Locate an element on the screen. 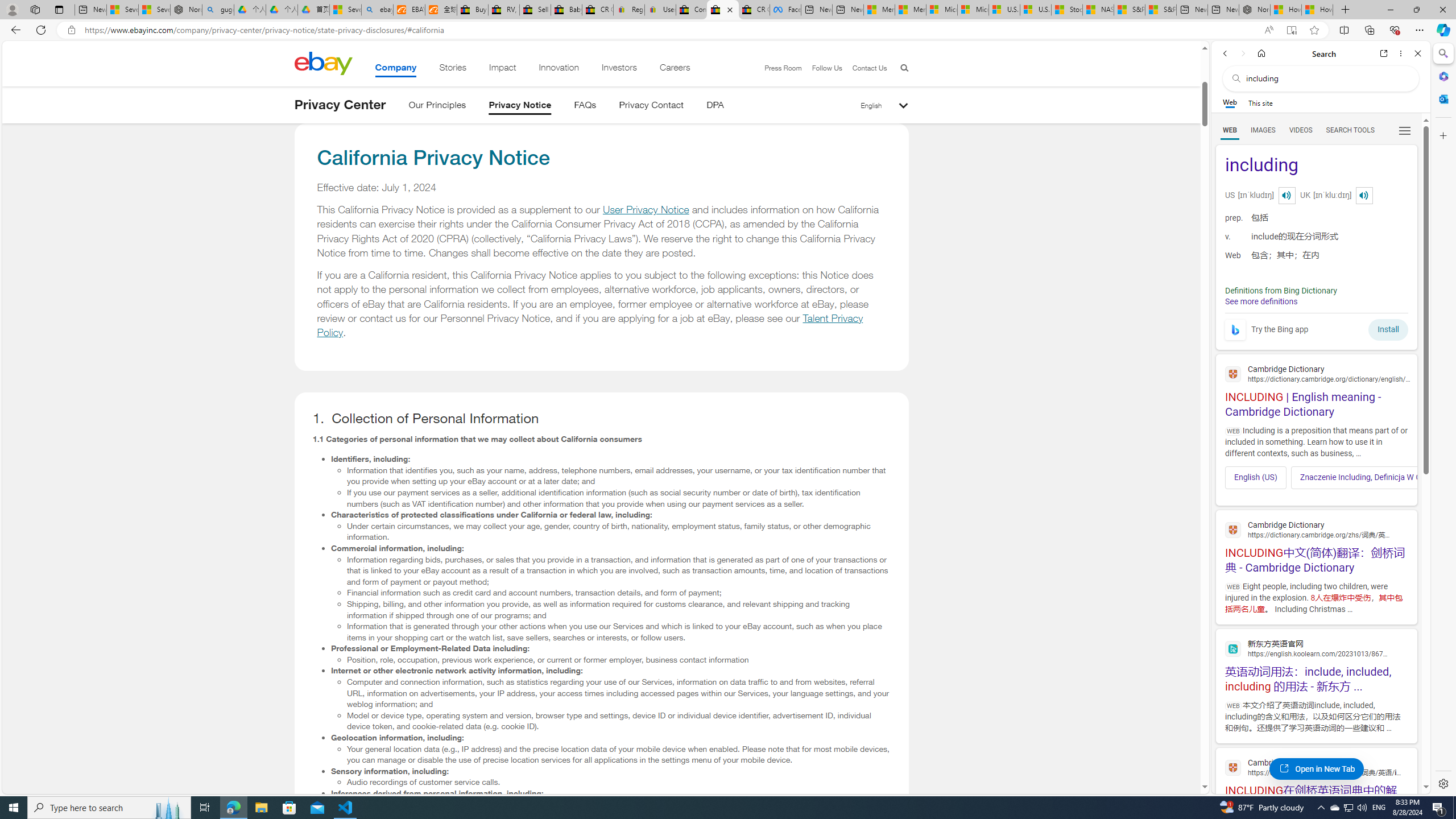  'Global web icon' is located at coordinates (1233, 767).